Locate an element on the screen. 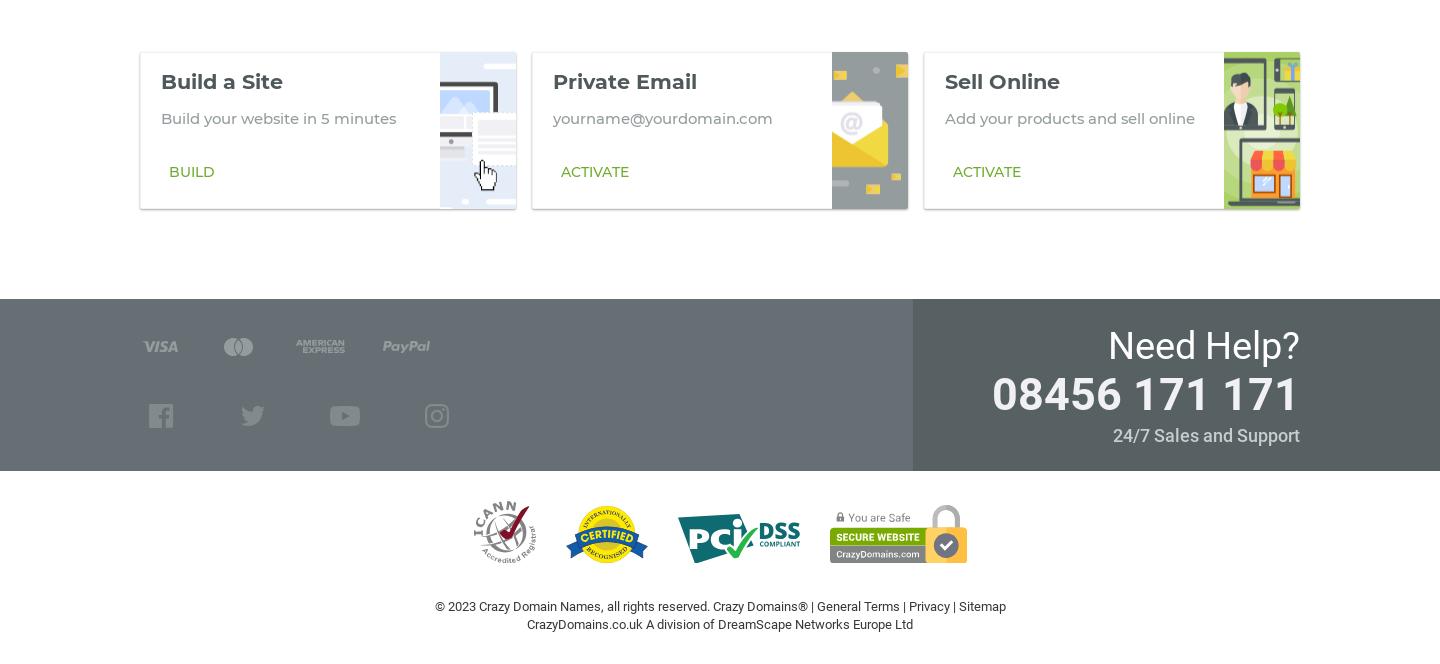  '© 2023 Crazy Domain Names, all rights reserved.' is located at coordinates (571, 606).